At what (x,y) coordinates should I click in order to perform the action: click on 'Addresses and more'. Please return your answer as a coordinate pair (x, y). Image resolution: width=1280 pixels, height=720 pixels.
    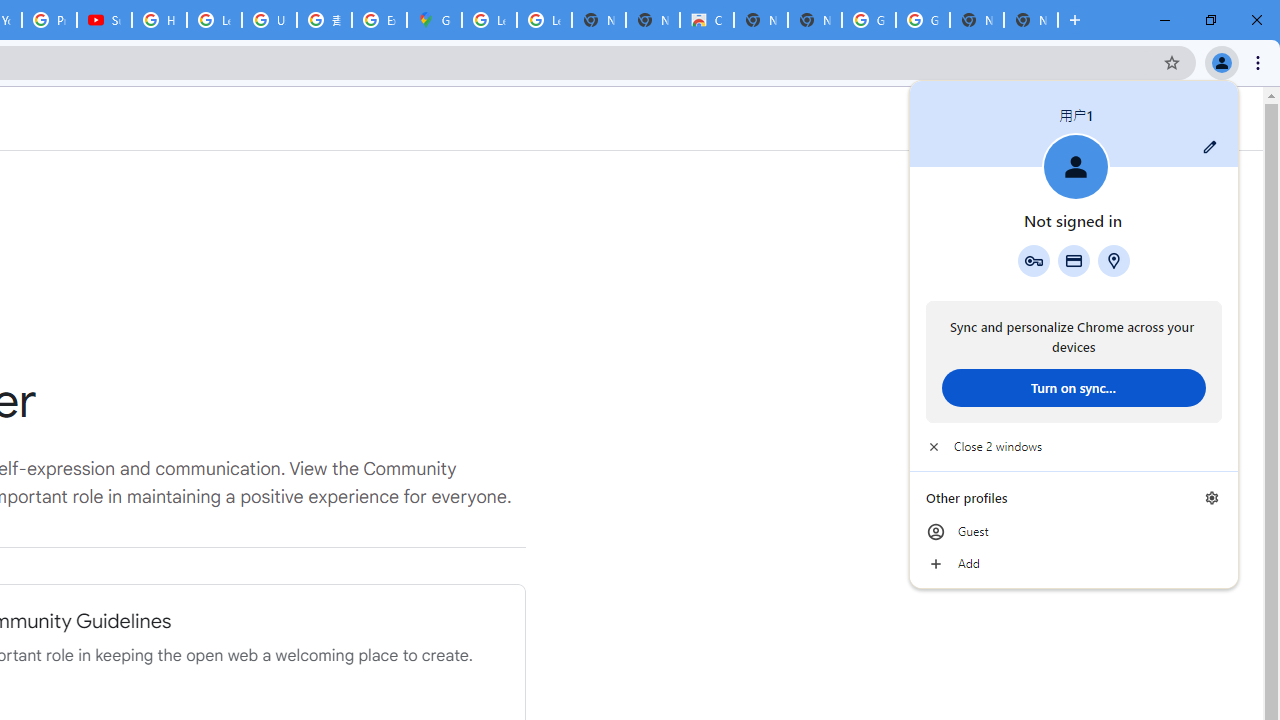
    Looking at the image, I should click on (1113, 260).